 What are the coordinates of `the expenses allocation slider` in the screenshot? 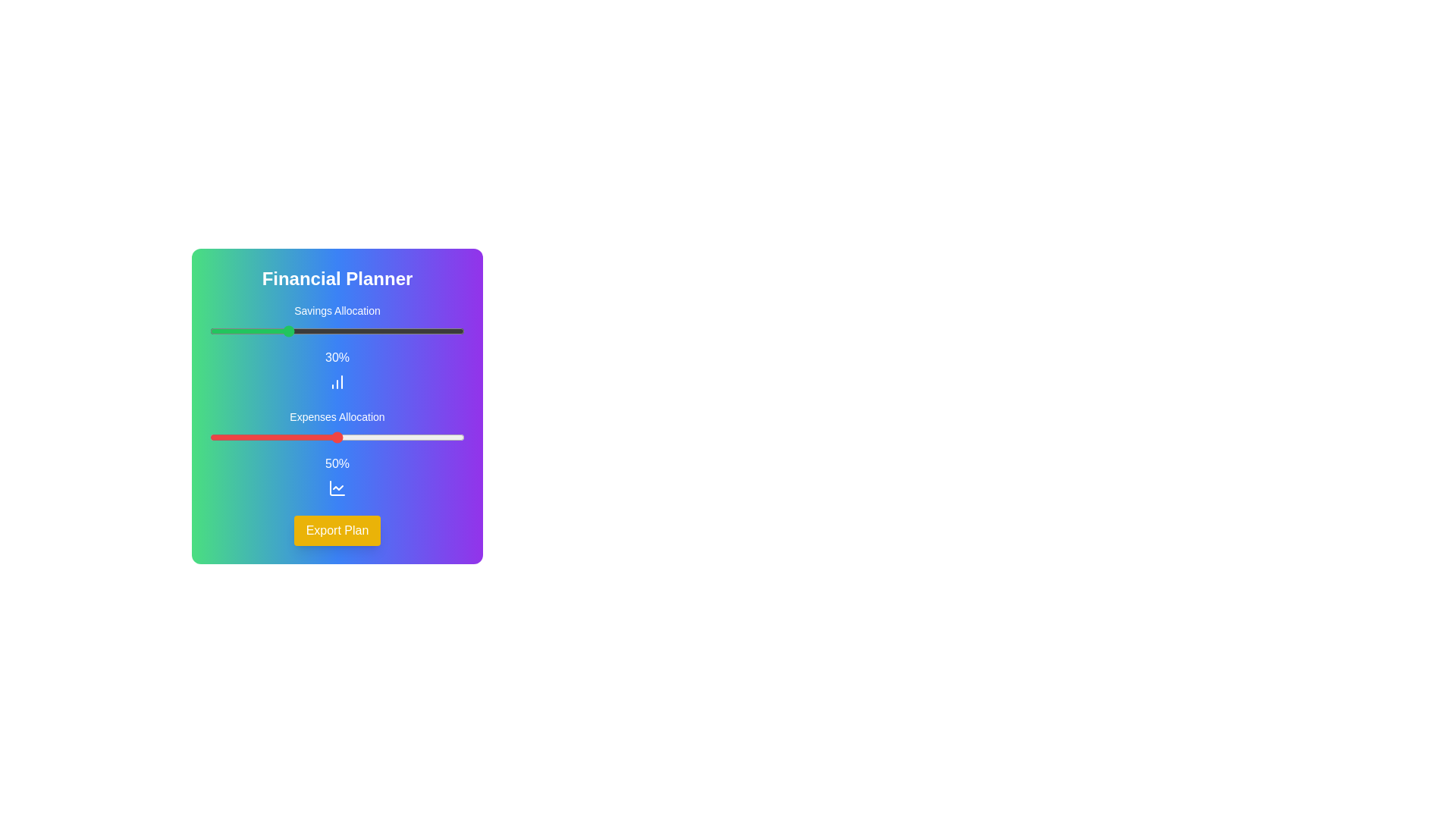 It's located at (261, 438).